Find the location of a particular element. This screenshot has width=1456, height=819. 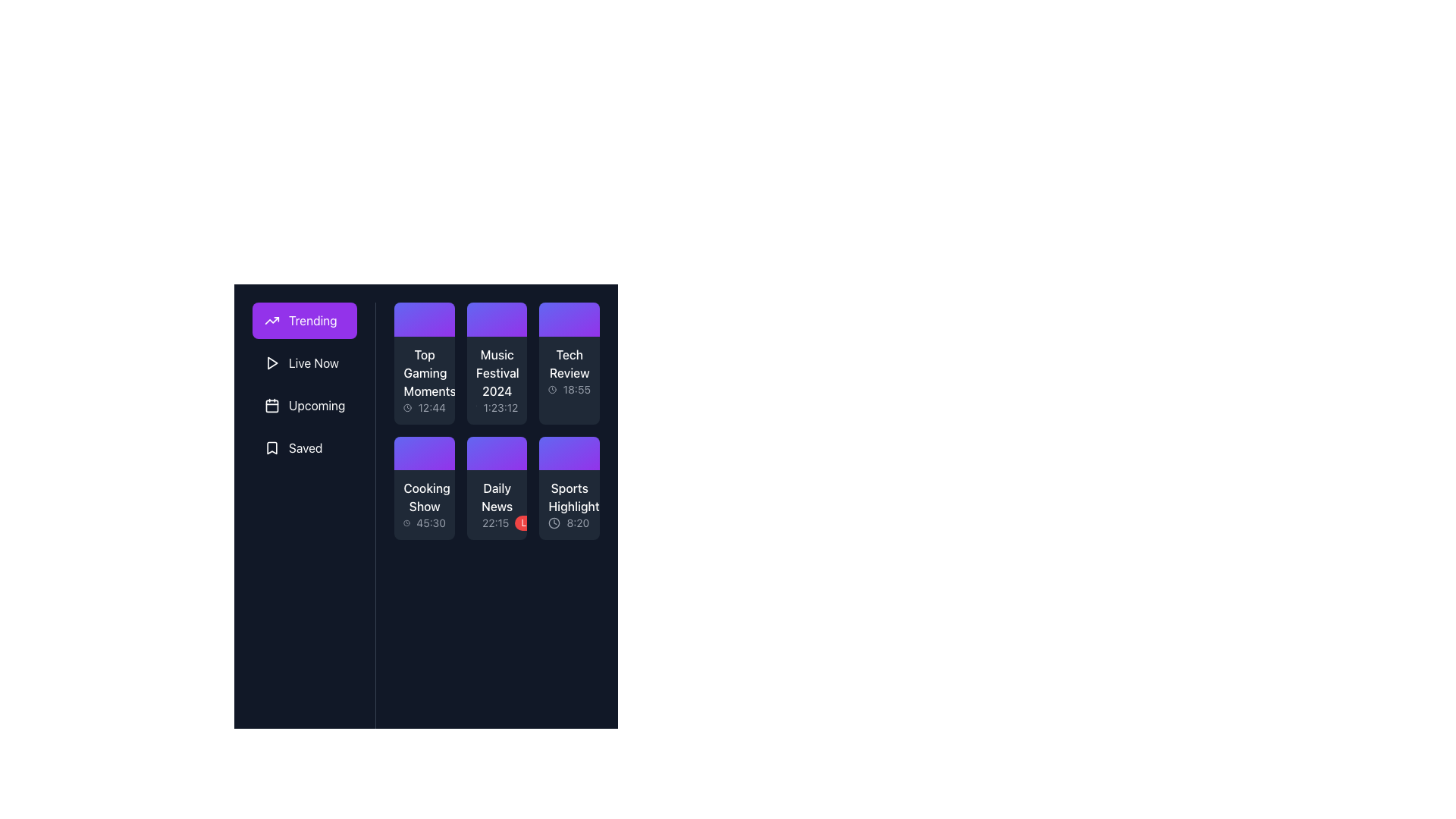

the time label displaying '8:20' in white sans-serif text located at the bottom right corner of the 'Sports Highlight' card is located at coordinates (577, 522).